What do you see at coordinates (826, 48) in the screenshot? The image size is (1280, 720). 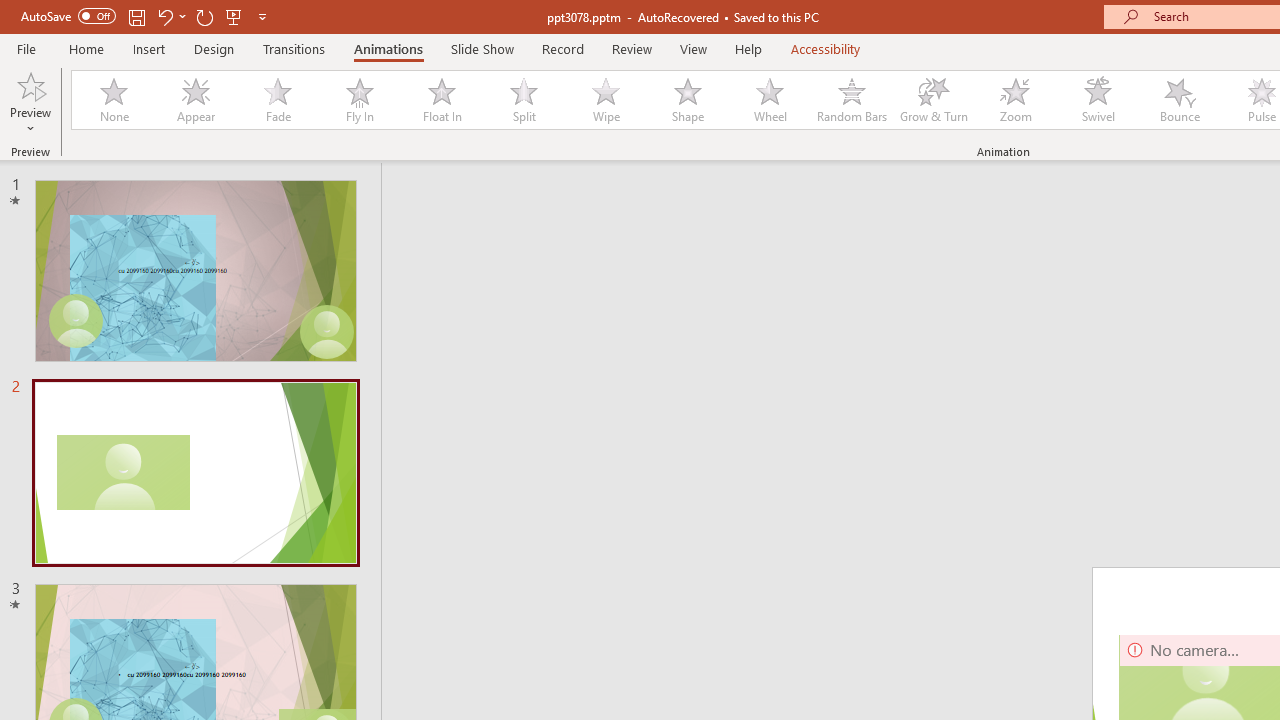 I see `'Accessibility'` at bounding box center [826, 48].